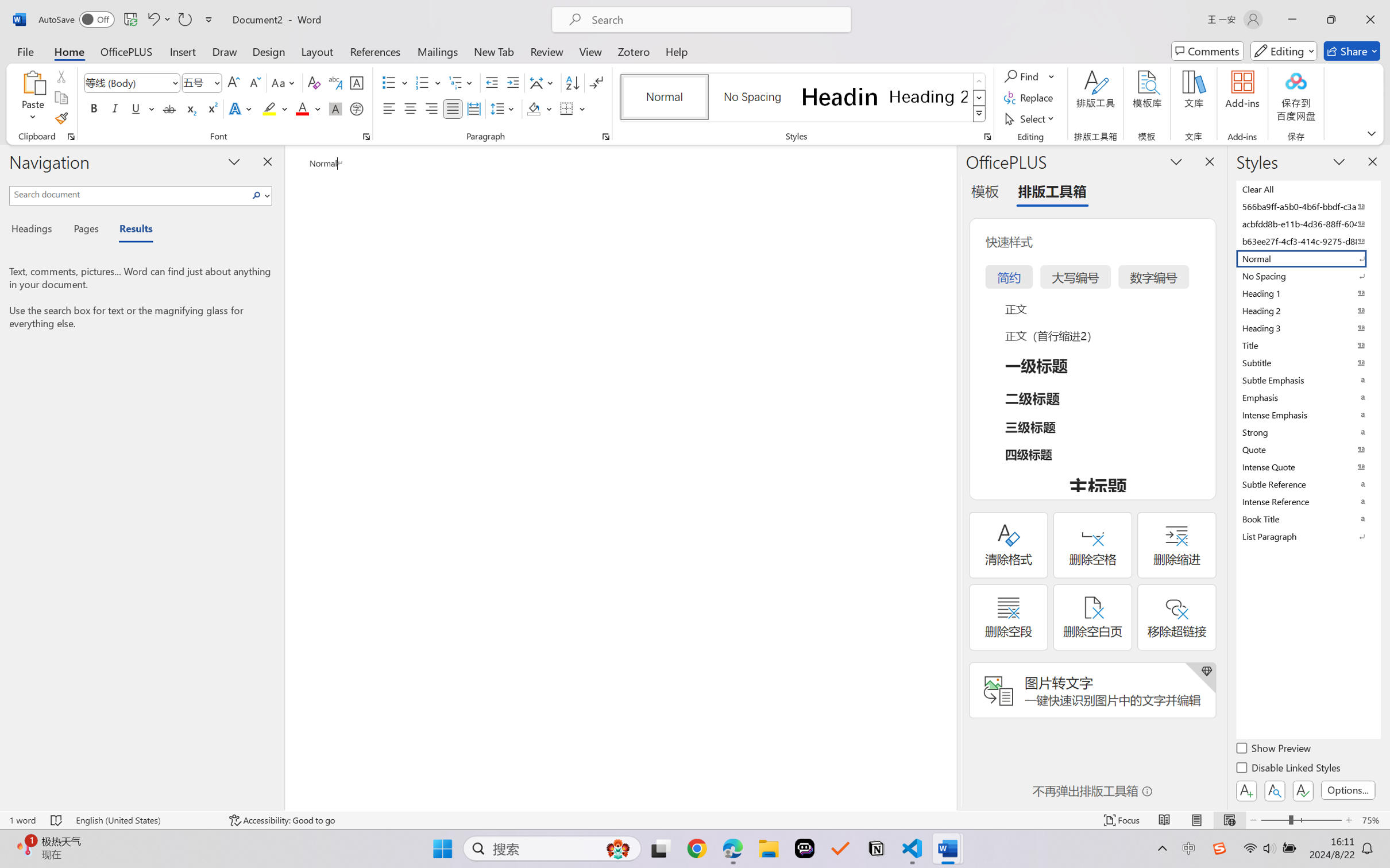 The height and width of the screenshot is (868, 1390). Describe the element at coordinates (357, 108) in the screenshot. I see `'Enclose Characters...'` at that location.